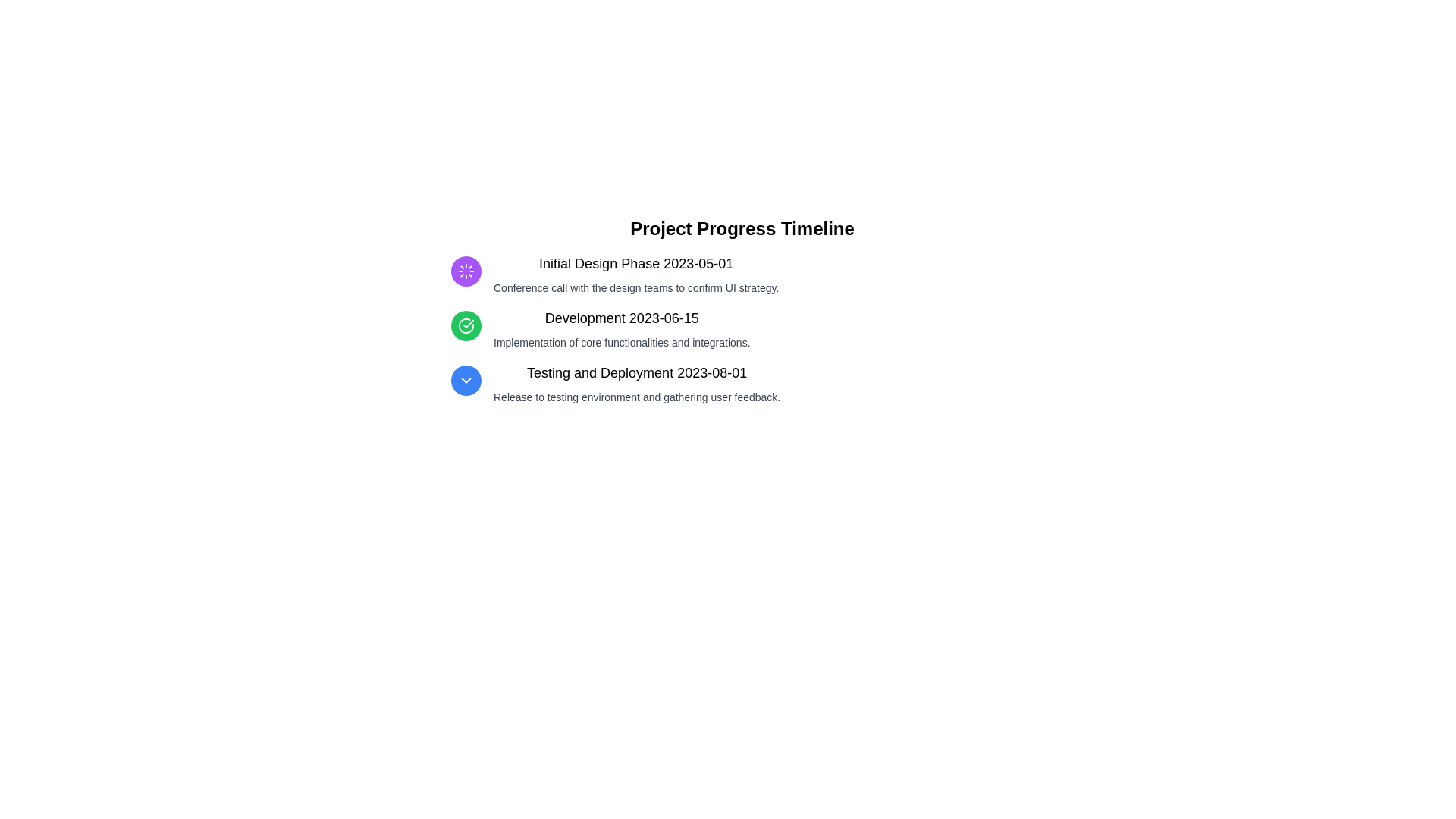 Image resolution: width=1456 pixels, height=819 pixels. What do you see at coordinates (742, 382) in the screenshot?
I see `the List Item with Icon and Text representing the 'Testing and Deployment' phase, located at the bottom of the list of phases` at bounding box center [742, 382].